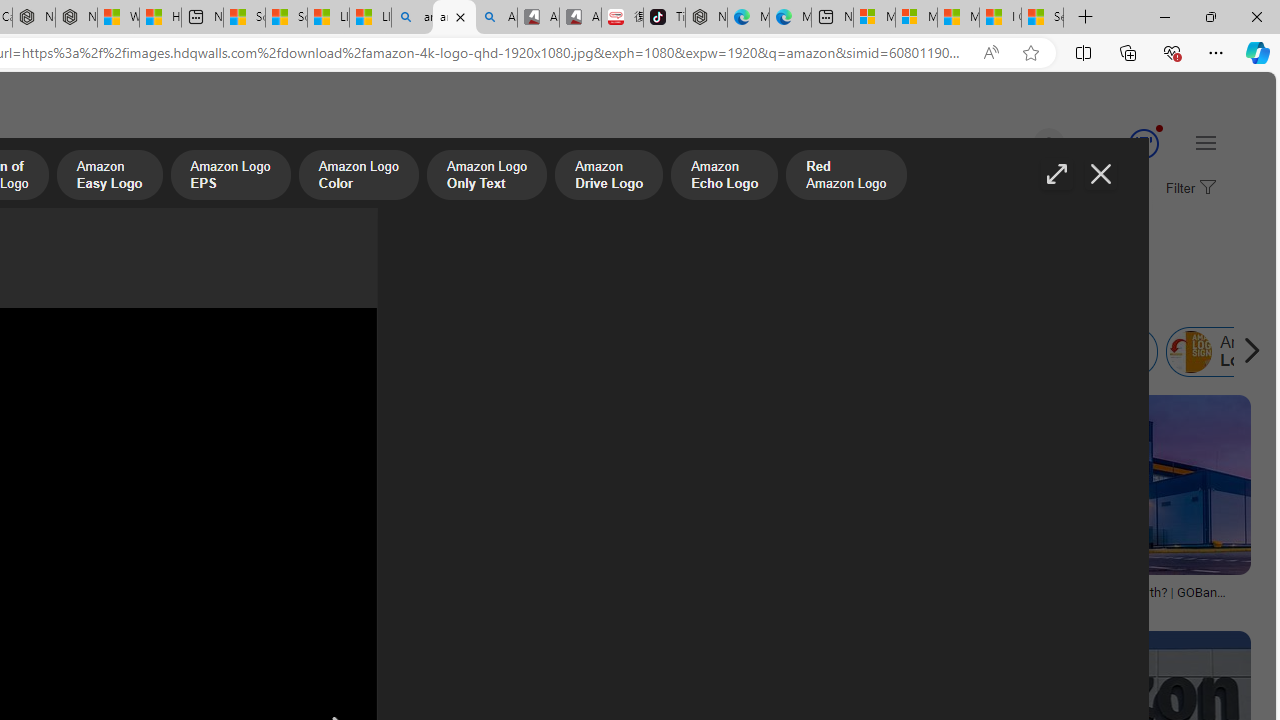 The image size is (1280, 720). I want to click on 'Scroll right', so click(1245, 351).